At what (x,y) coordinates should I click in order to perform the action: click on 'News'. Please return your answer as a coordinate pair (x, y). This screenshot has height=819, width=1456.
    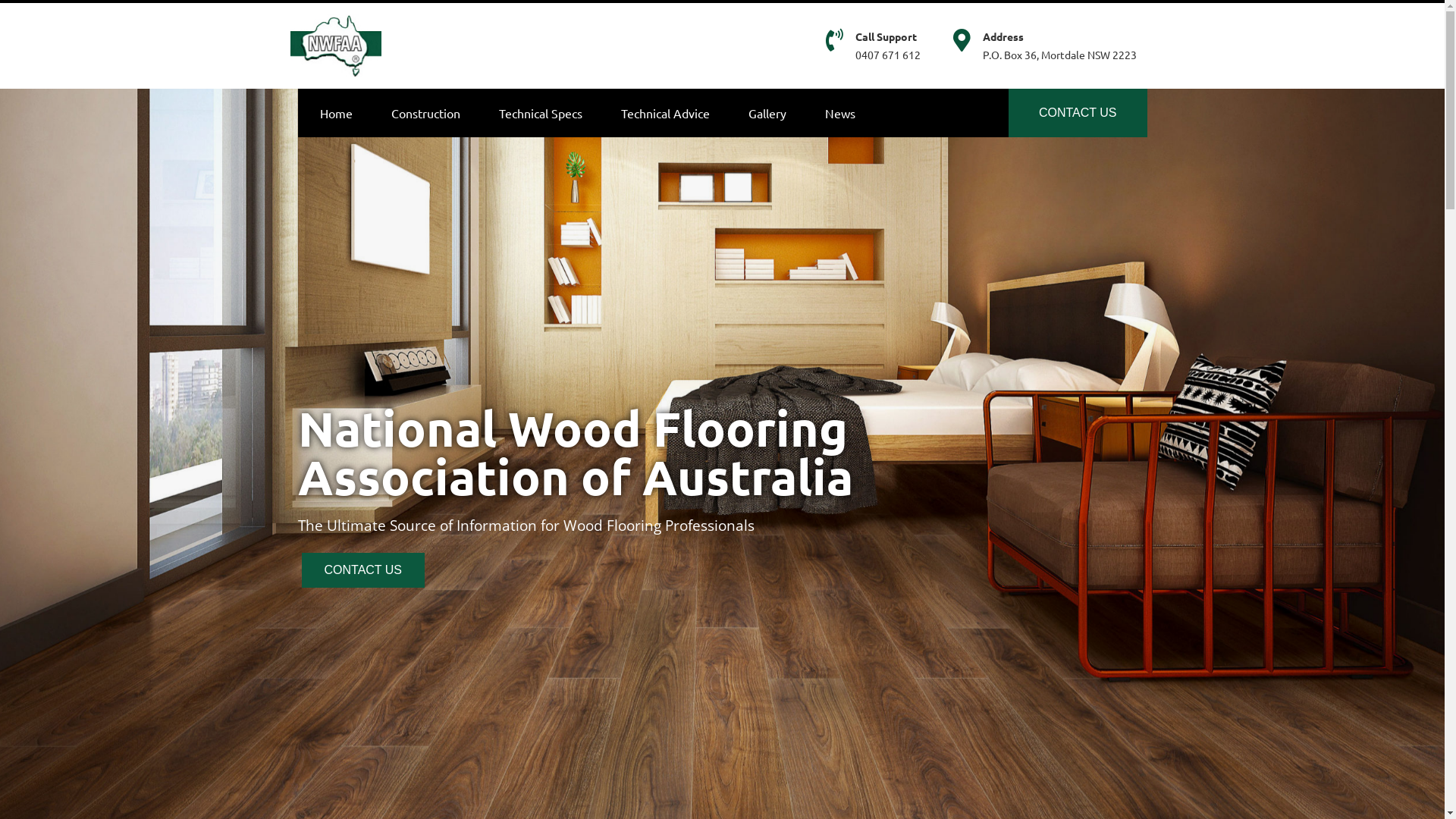
    Looking at the image, I should click on (839, 111).